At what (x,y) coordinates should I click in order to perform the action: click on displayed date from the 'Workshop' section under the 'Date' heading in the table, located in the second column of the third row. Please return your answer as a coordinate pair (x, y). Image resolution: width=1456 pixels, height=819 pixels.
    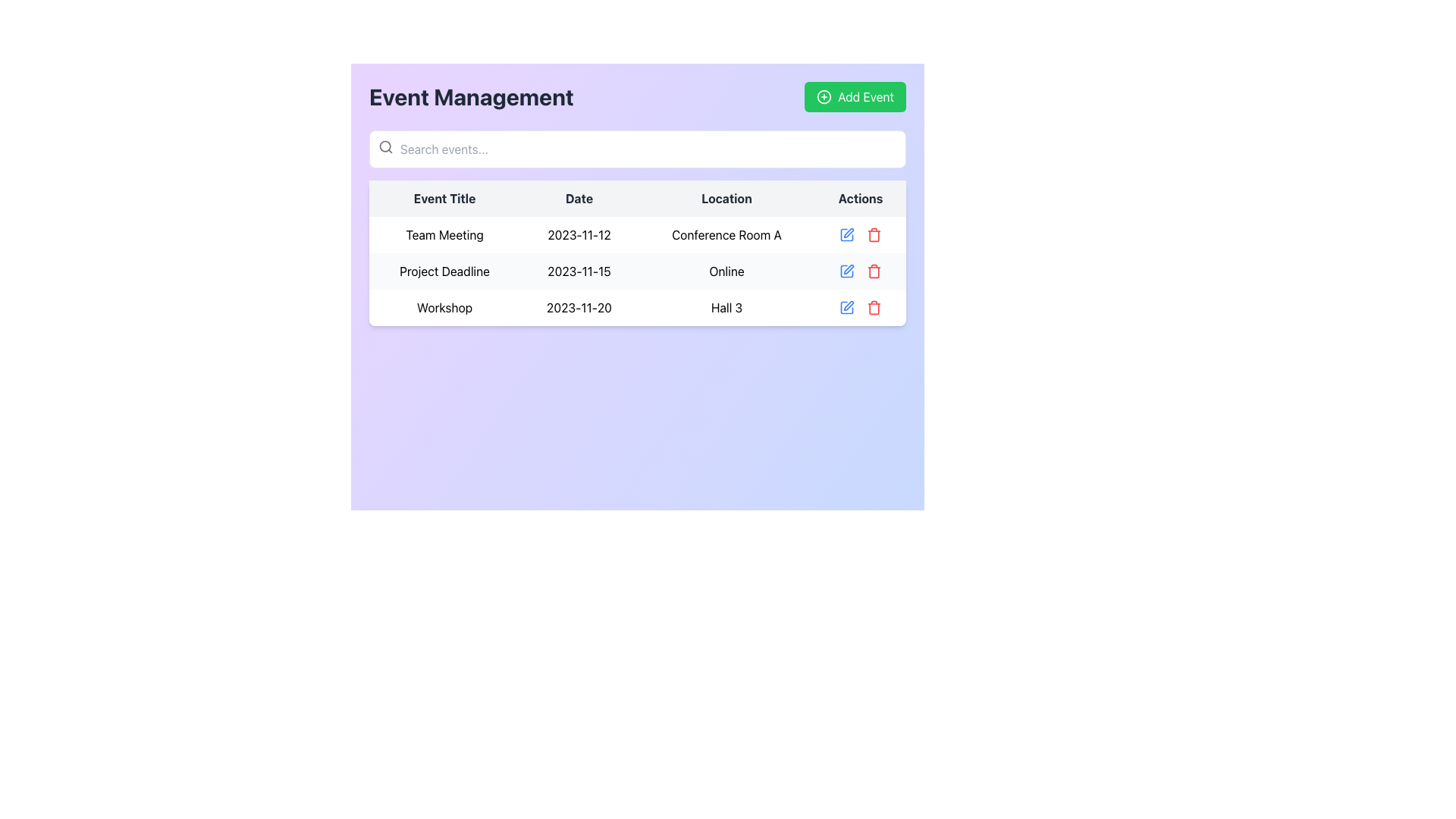
    Looking at the image, I should click on (578, 307).